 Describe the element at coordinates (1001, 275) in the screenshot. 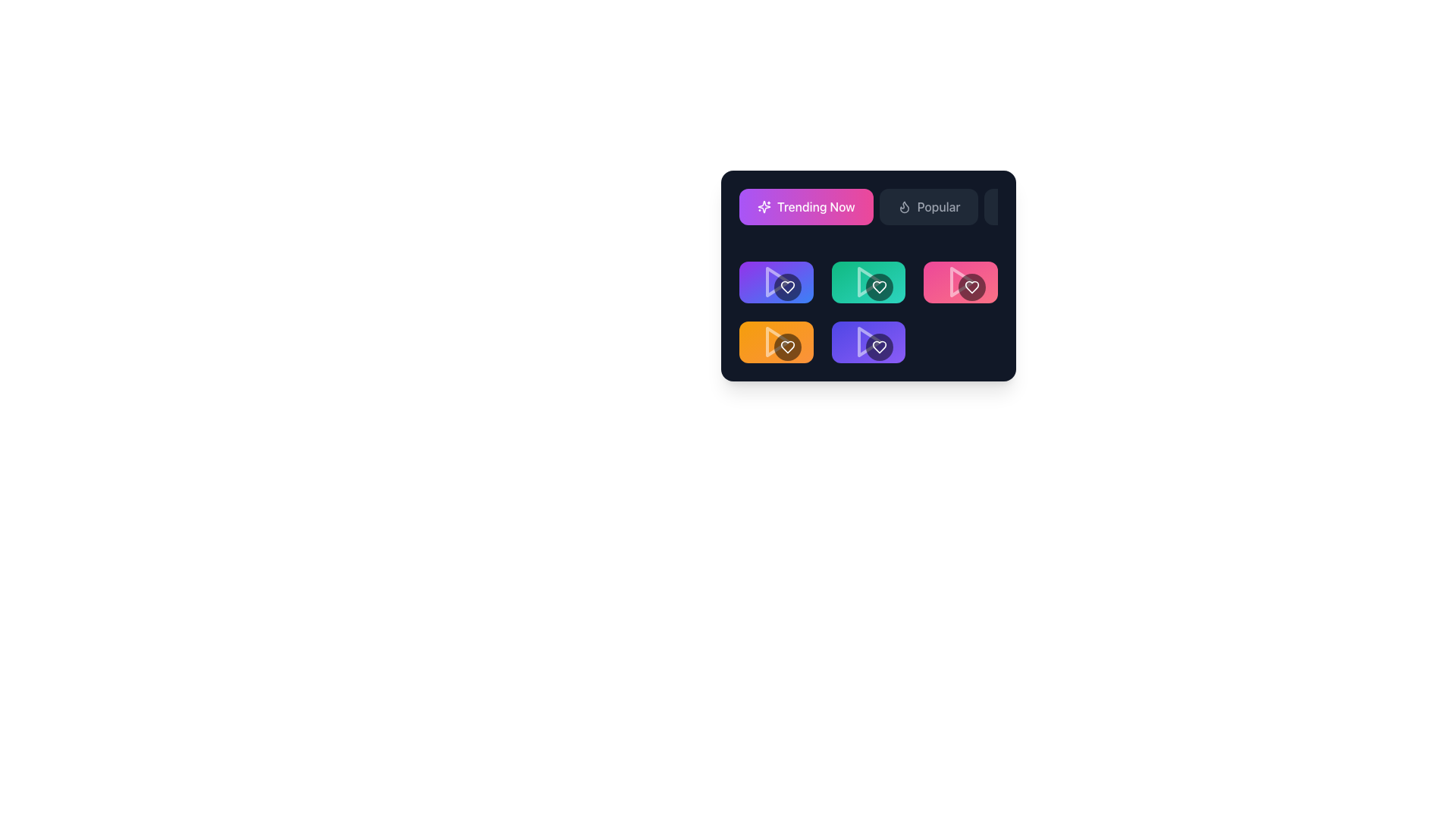

I see `the bookmark icon (SVG) located in the rightmost pink card of the media grid under the 'Trending Now' and 'Popular' tabs` at that location.